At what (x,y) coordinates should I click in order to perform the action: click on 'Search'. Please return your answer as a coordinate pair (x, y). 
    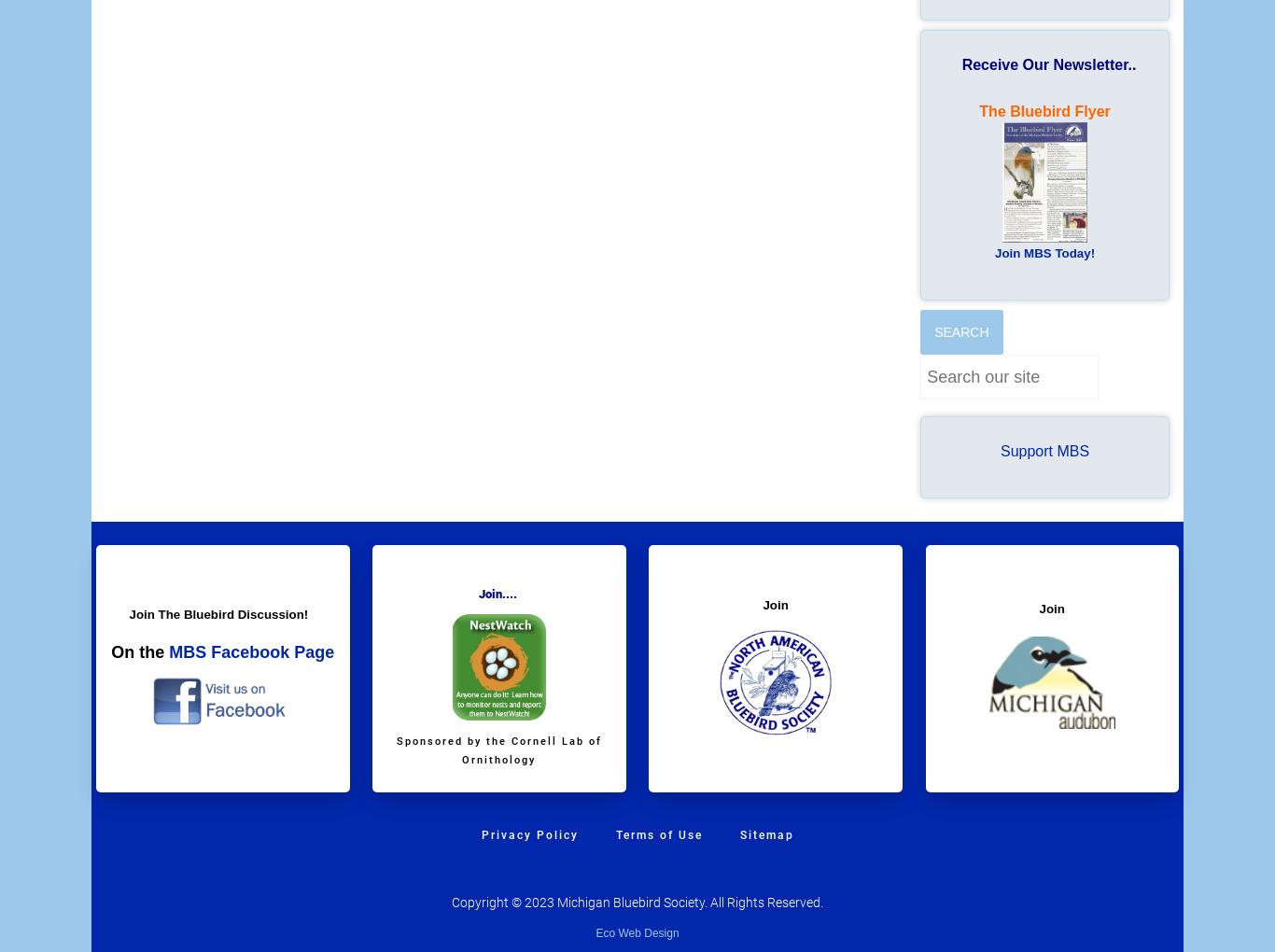
    Looking at the image, I should click on (960, 330).